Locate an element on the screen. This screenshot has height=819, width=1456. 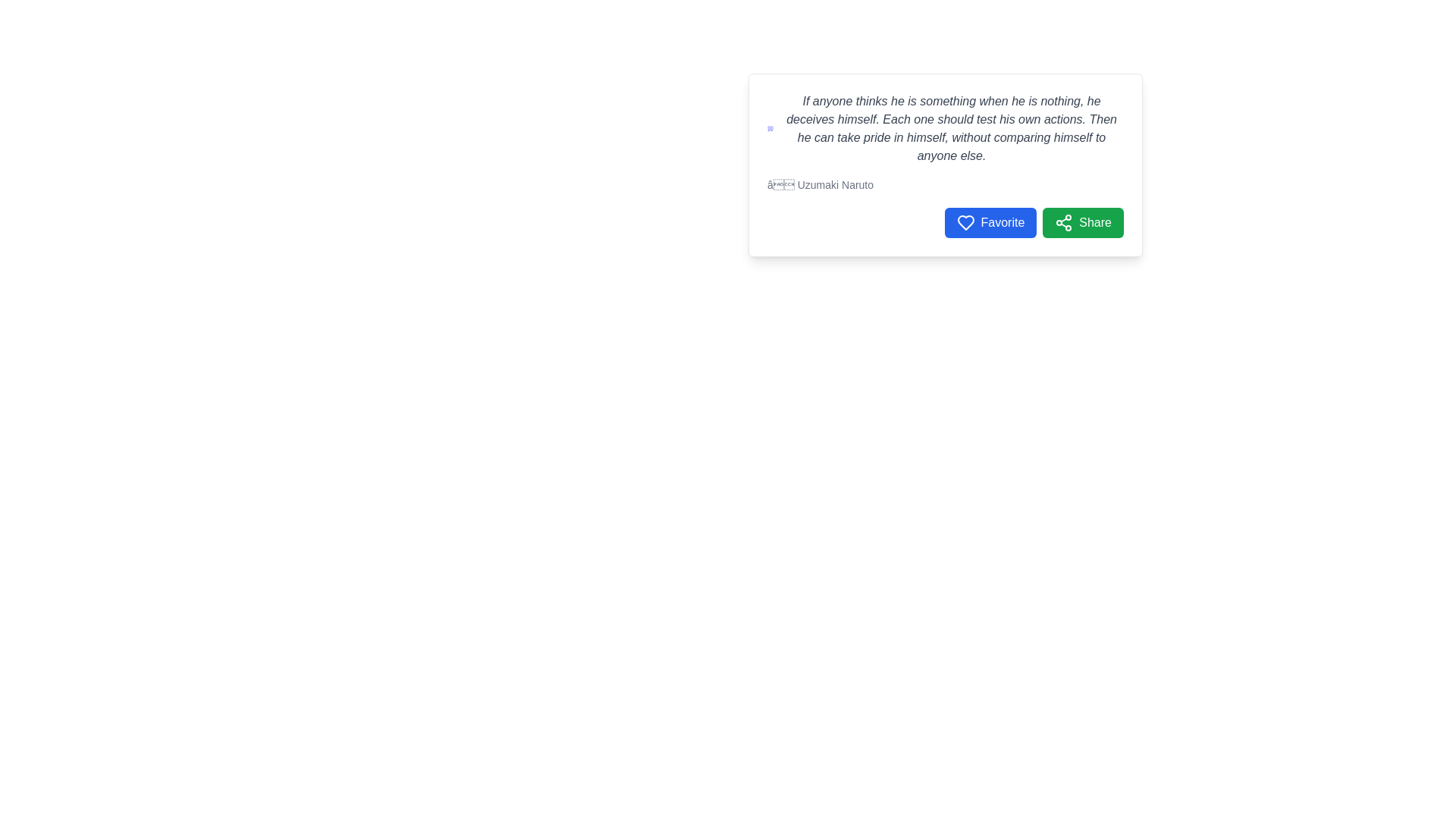
the 'Favorite' button, which is the leftmost button with a heart icon and blue background is located at coordinates (990, 222).